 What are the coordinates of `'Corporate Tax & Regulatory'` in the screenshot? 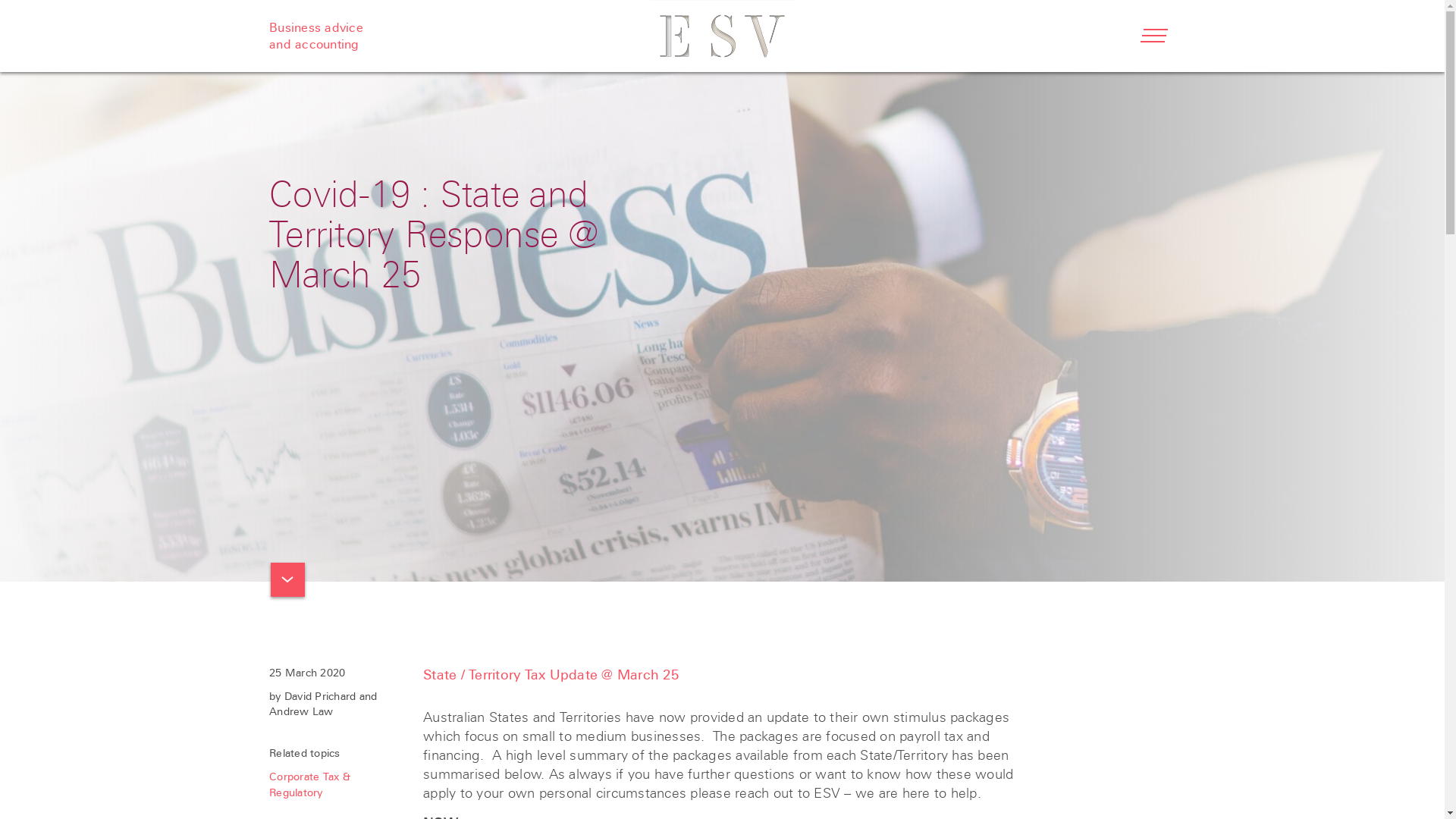 It's located at (309, 784).